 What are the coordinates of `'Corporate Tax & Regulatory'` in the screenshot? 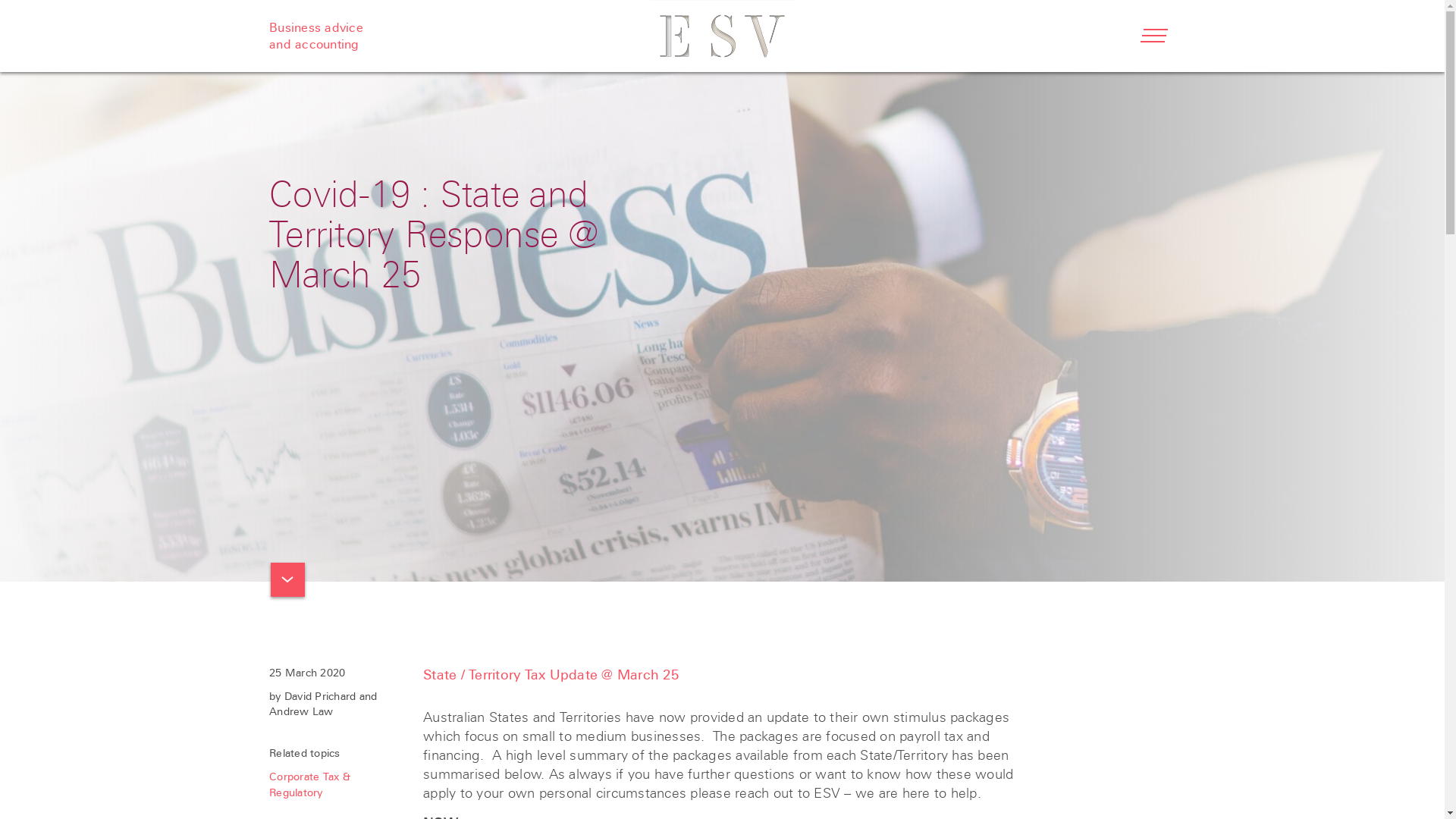 It's located at (309, 784).